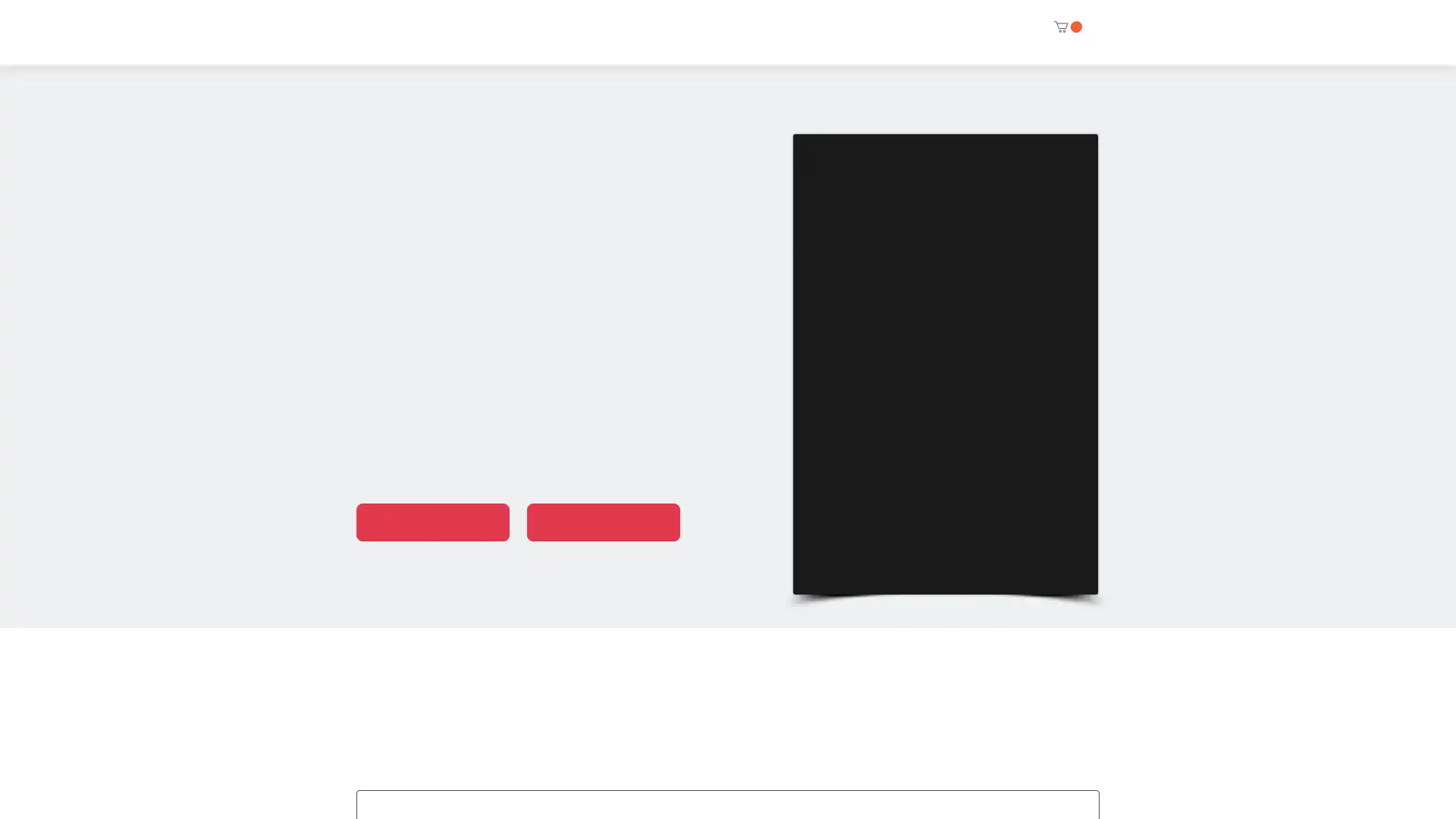  I want to click on ANTHOLOGIES, so click(508, 757).